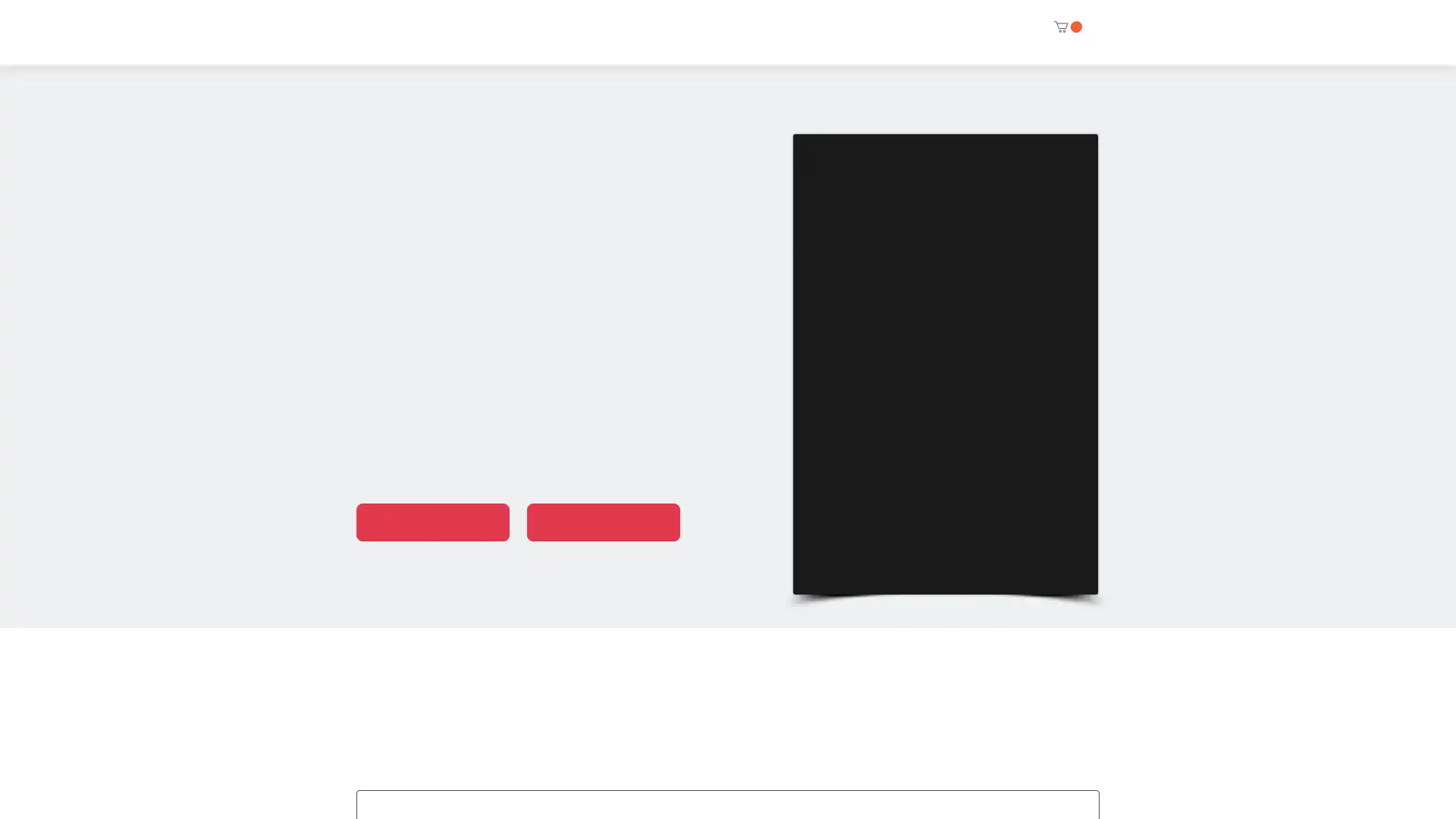  I want to click on ANTHOLOGIES, so click(508, 757).